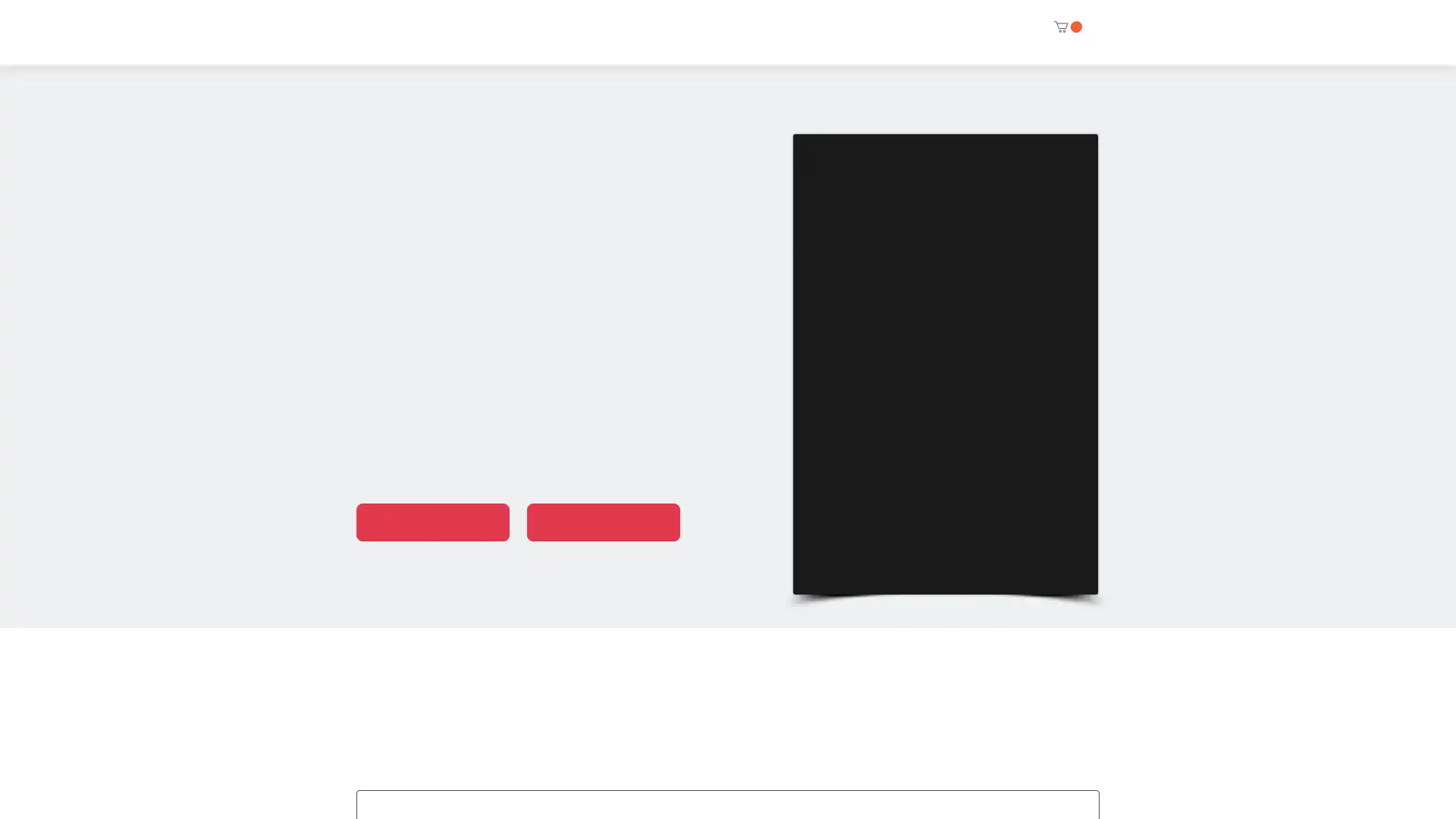  I want to click on ANTHOLOGIES, so click(508, 757).